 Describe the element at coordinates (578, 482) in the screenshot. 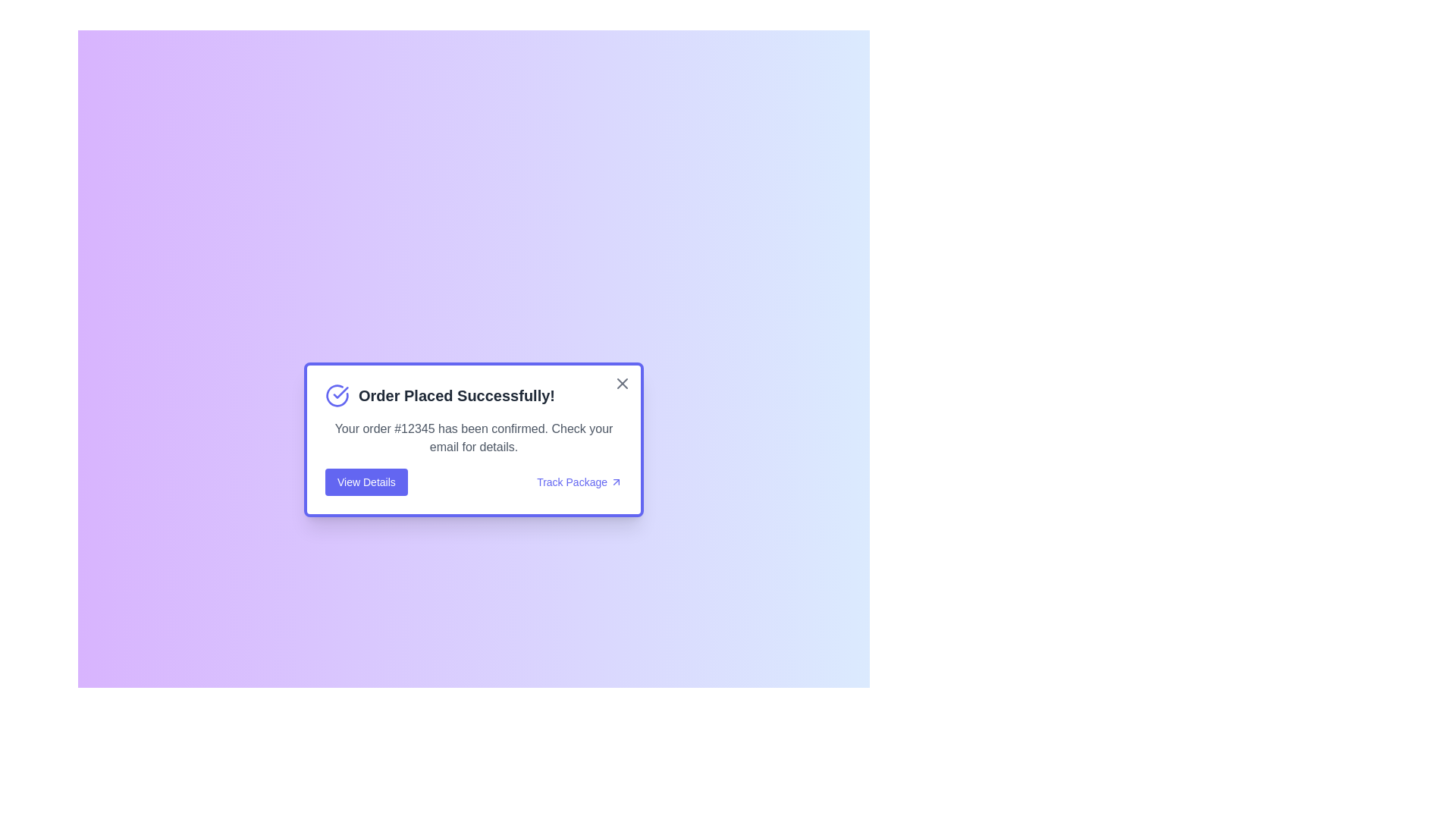

I see `the 'Track Package' button to navigate to the tracking page` at that location.